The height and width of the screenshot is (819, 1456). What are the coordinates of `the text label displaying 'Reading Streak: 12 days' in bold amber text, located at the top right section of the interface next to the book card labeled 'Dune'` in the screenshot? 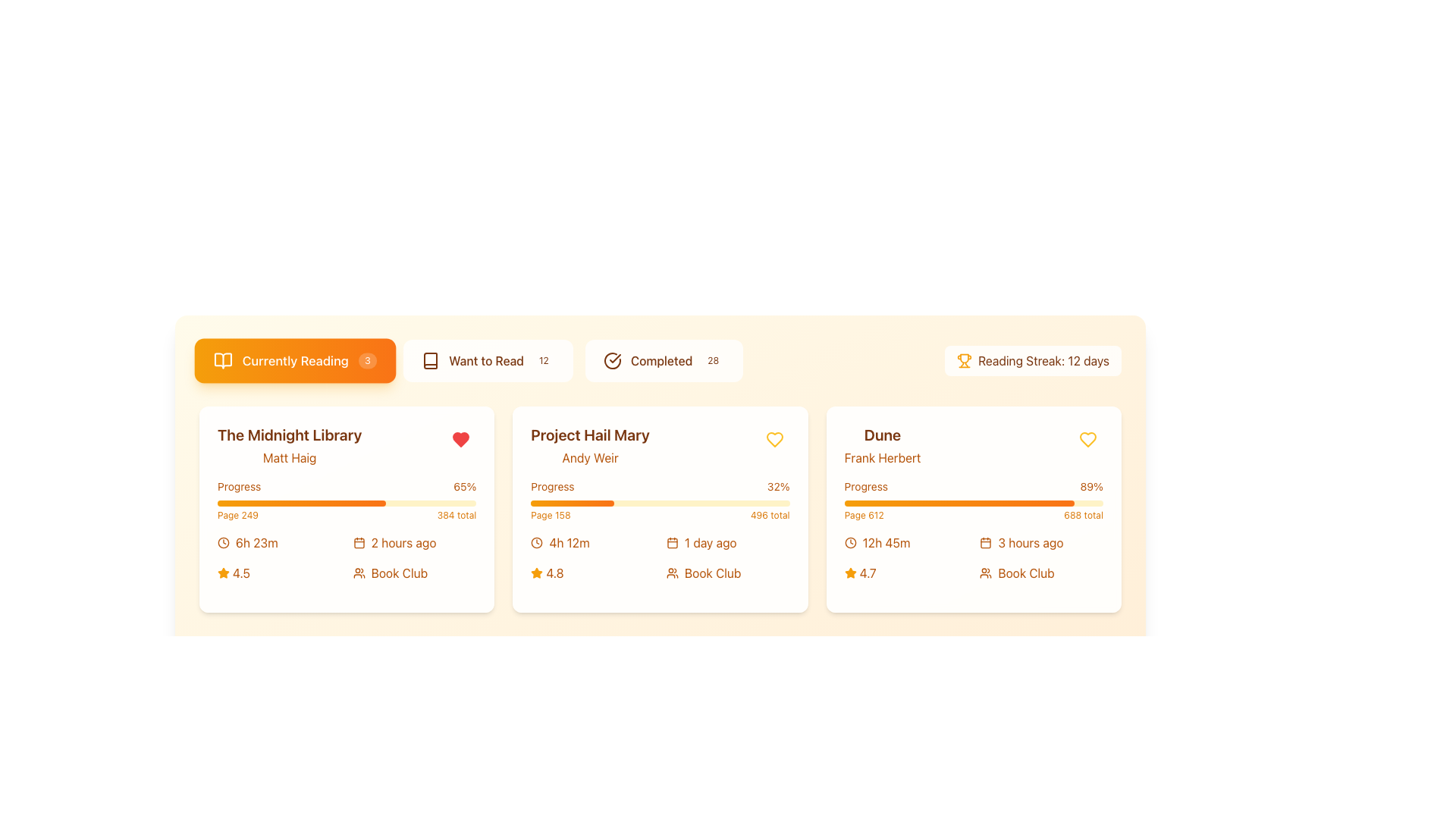 It's located at (1043, 360).